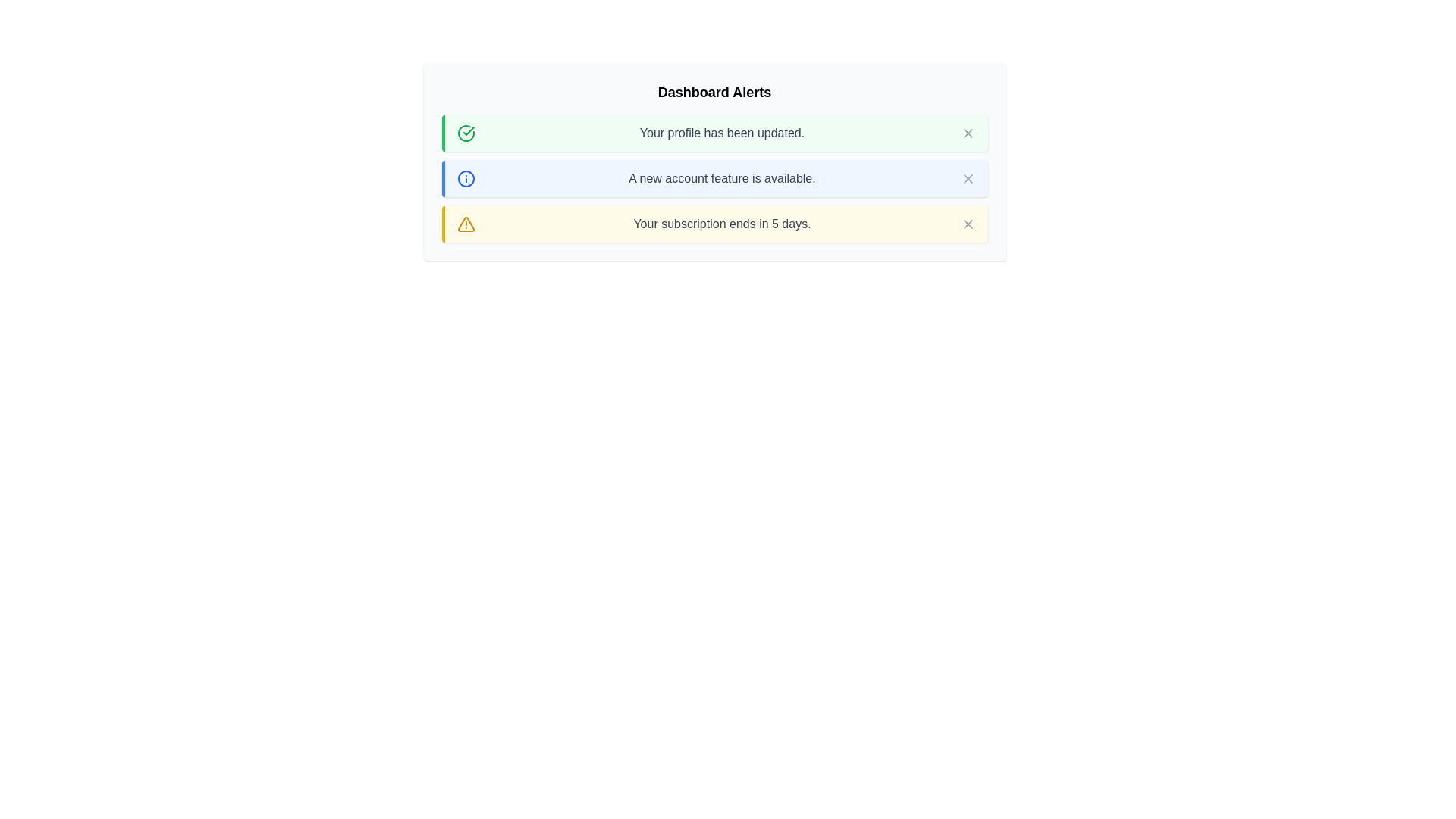  What do you see at coordinates (967, 177) in the screenshot?
I see `the dismissal button at the rightmost end of the notification bar that contains the text 'A new account feature is available' to change its color` at bounding box center [967, 177].